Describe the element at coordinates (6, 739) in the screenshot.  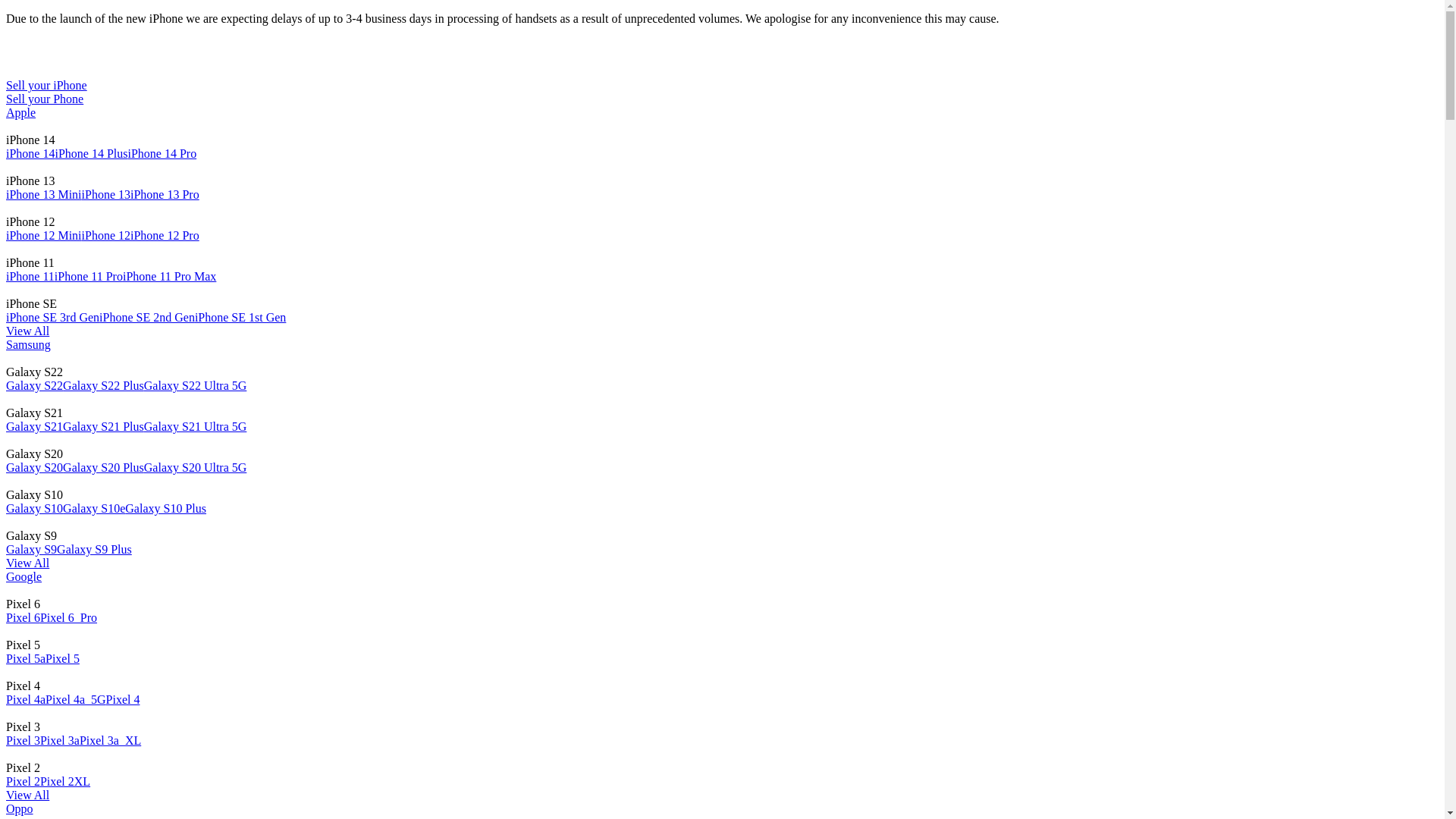
I see `'Pixel 3'` at that location.